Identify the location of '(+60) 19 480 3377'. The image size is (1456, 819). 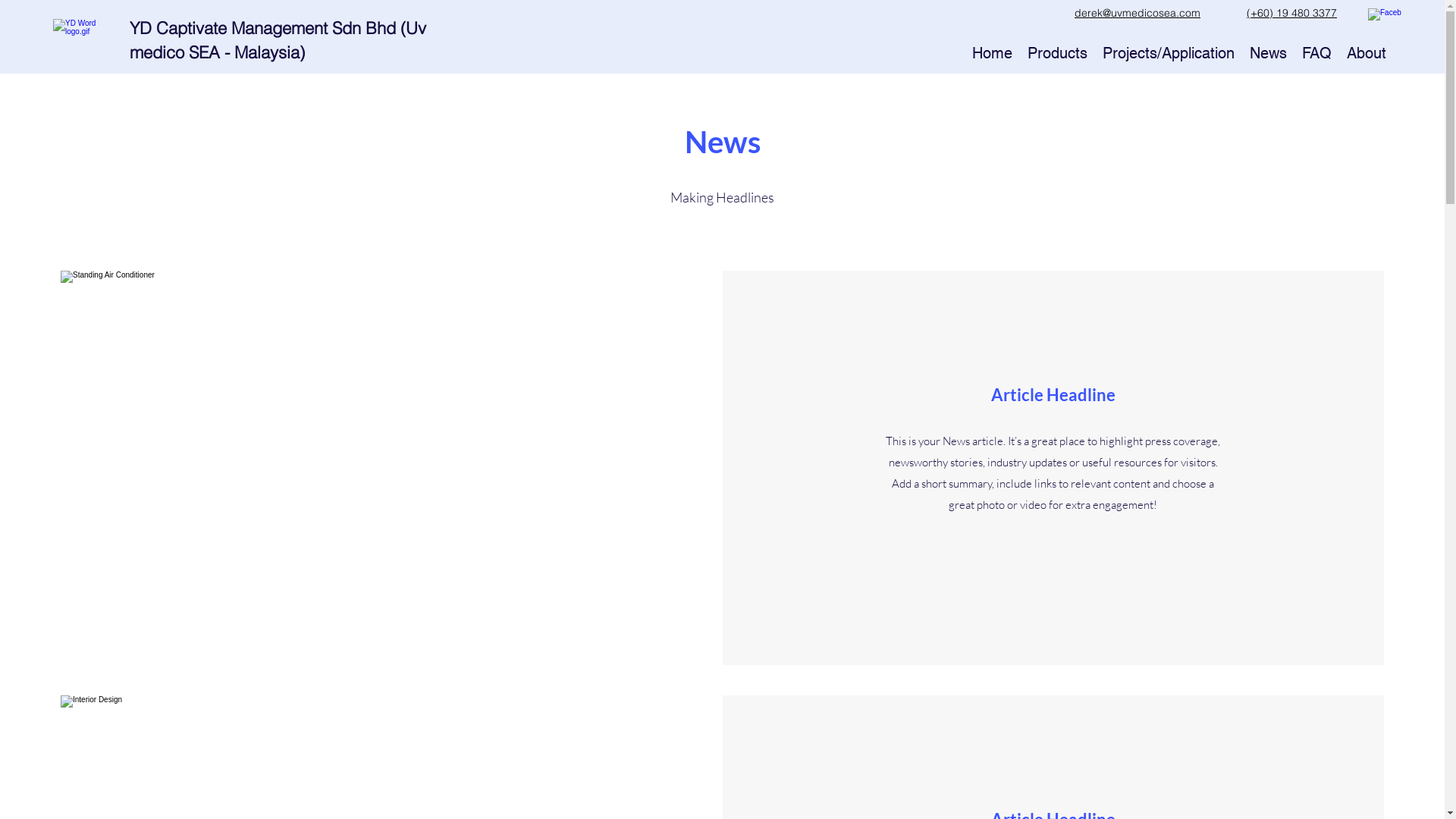
(1246, 12).